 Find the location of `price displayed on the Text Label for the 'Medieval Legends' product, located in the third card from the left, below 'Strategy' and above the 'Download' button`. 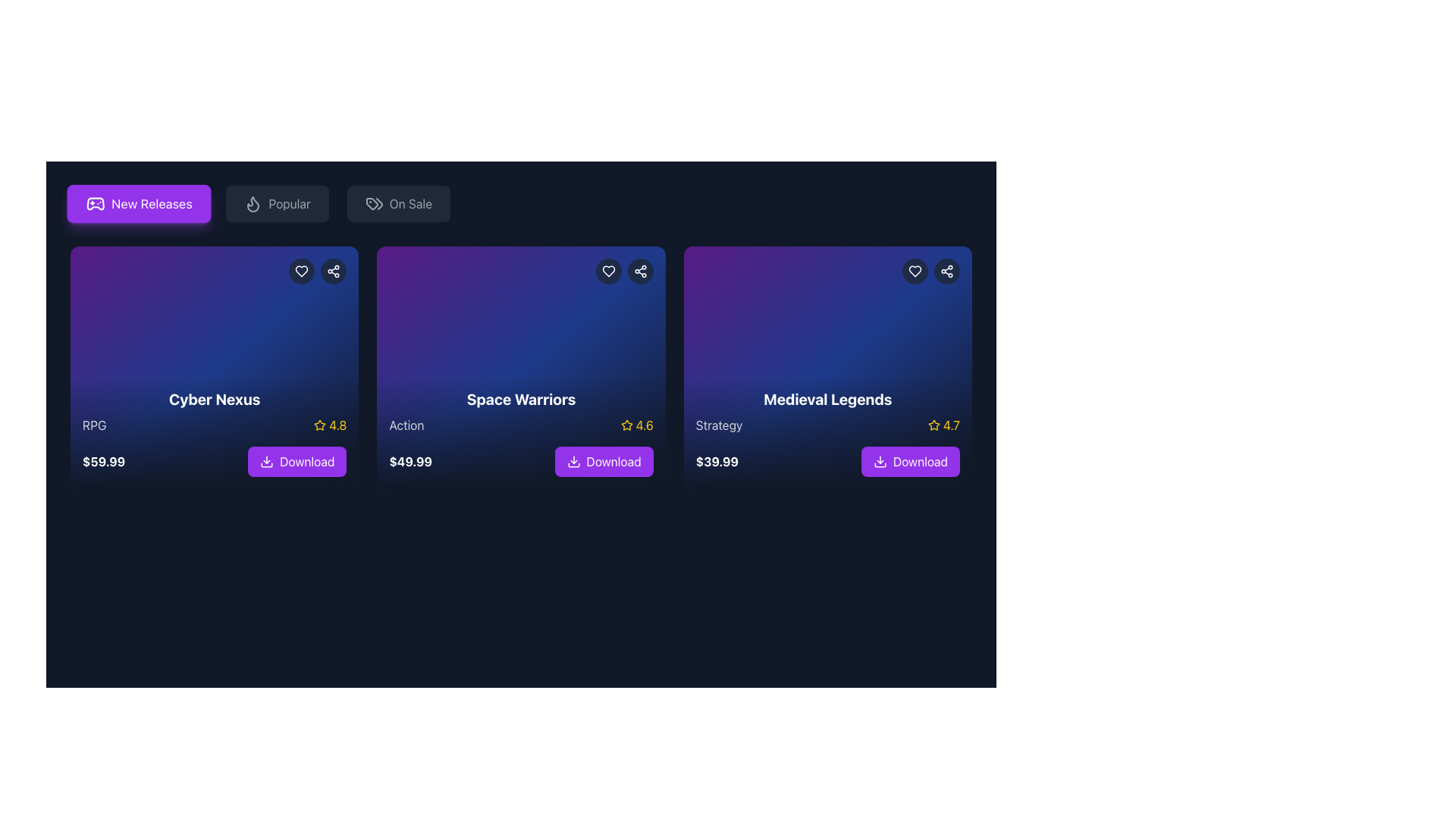

price displayed on the Text Label for the 'Medieval Legends' product, located in the third card from the left, below 'Strategy' and above the 'Download' button is located at coordinates (716, 461).